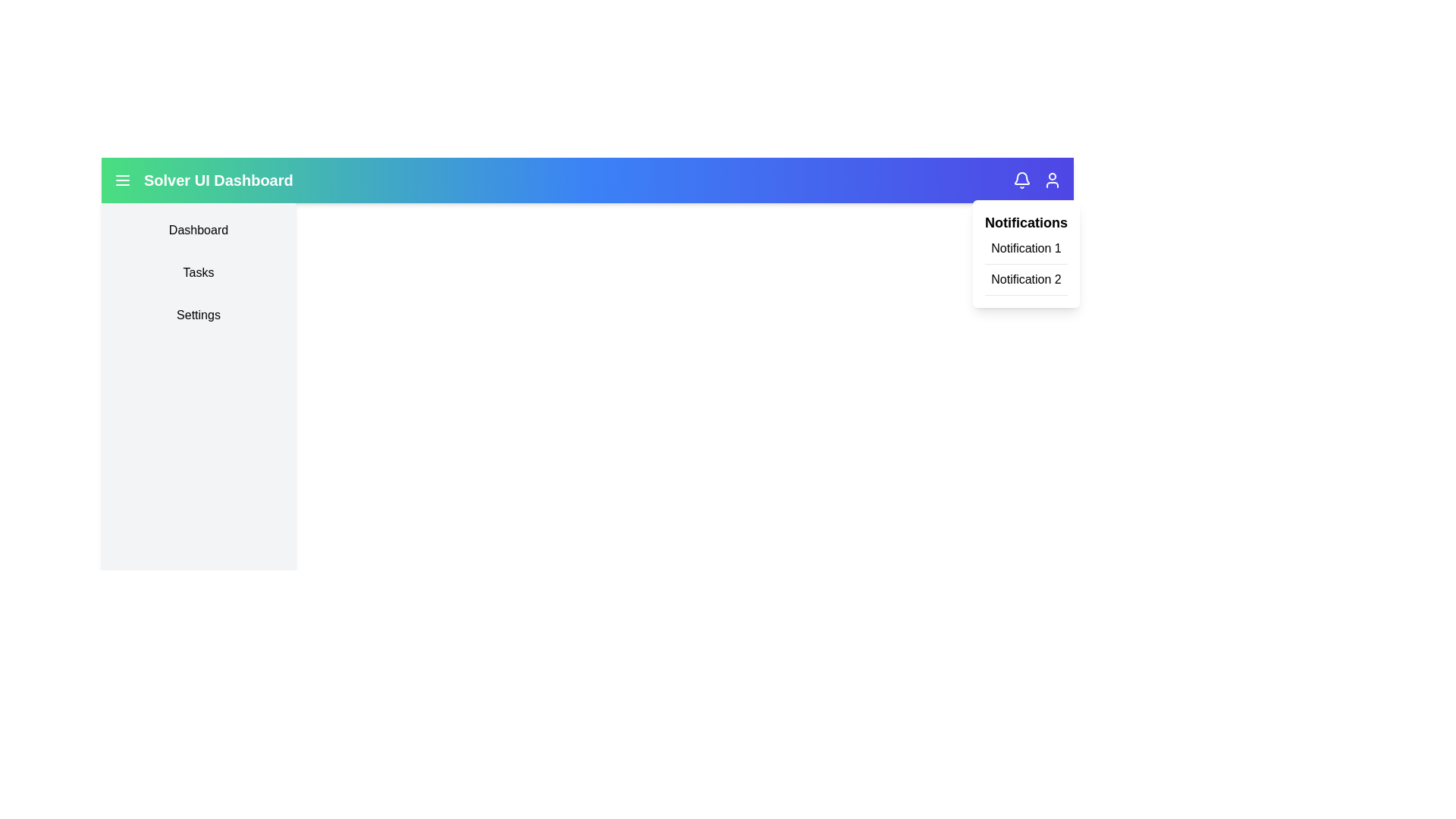 The width and height of the screenshot is (1456, 819). I want to click on the bold title text labeled 'Solver UI Dashboard' located in the navigation bar at the top-left corner of the interface, so click(218, 180).